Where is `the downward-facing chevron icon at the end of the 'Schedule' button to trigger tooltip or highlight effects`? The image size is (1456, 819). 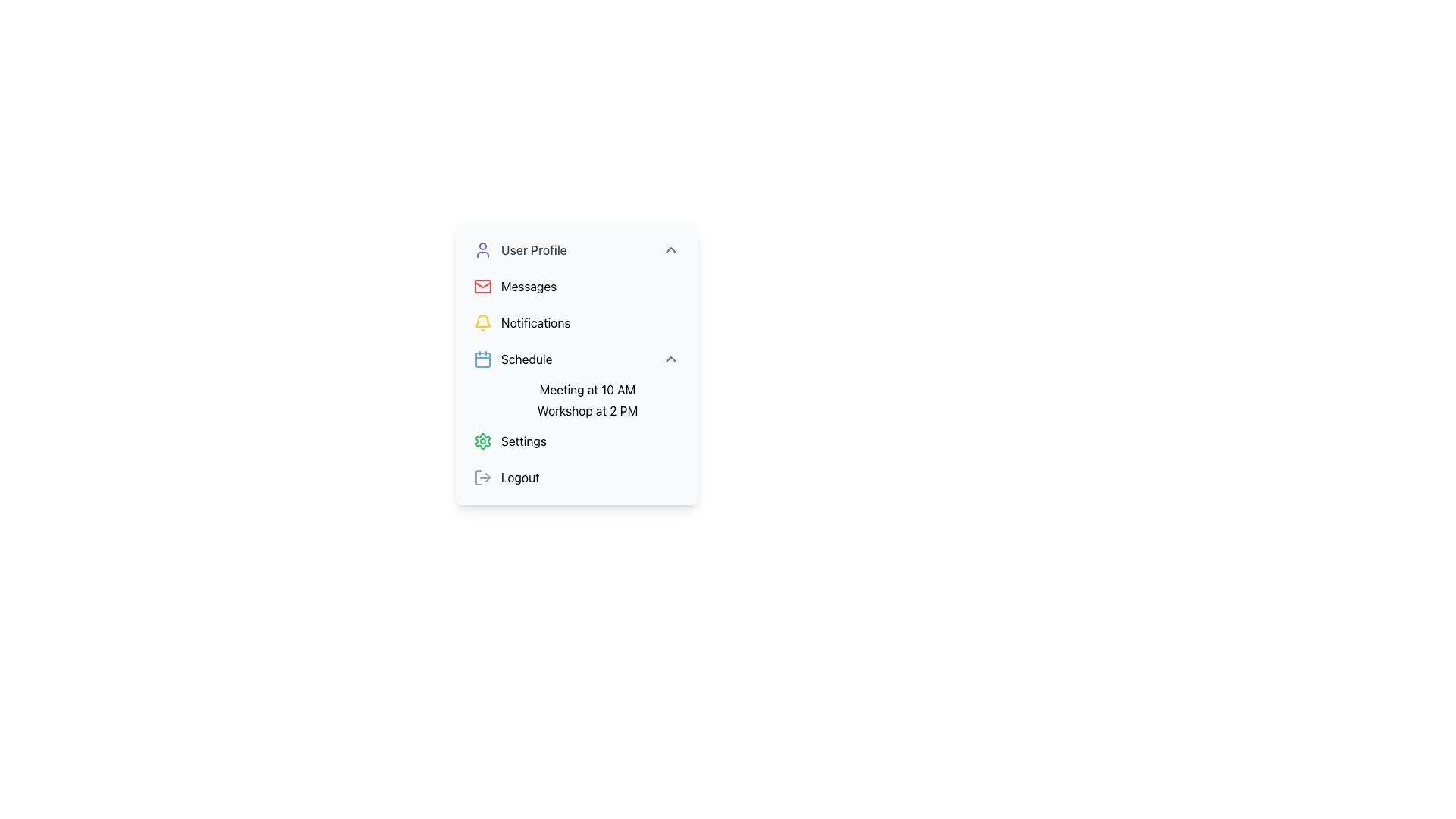 the downward-facing chevron icon at the end of the 'Schedule' button to trigger tooltip or highlight effects is located at coordinates (670, 359).